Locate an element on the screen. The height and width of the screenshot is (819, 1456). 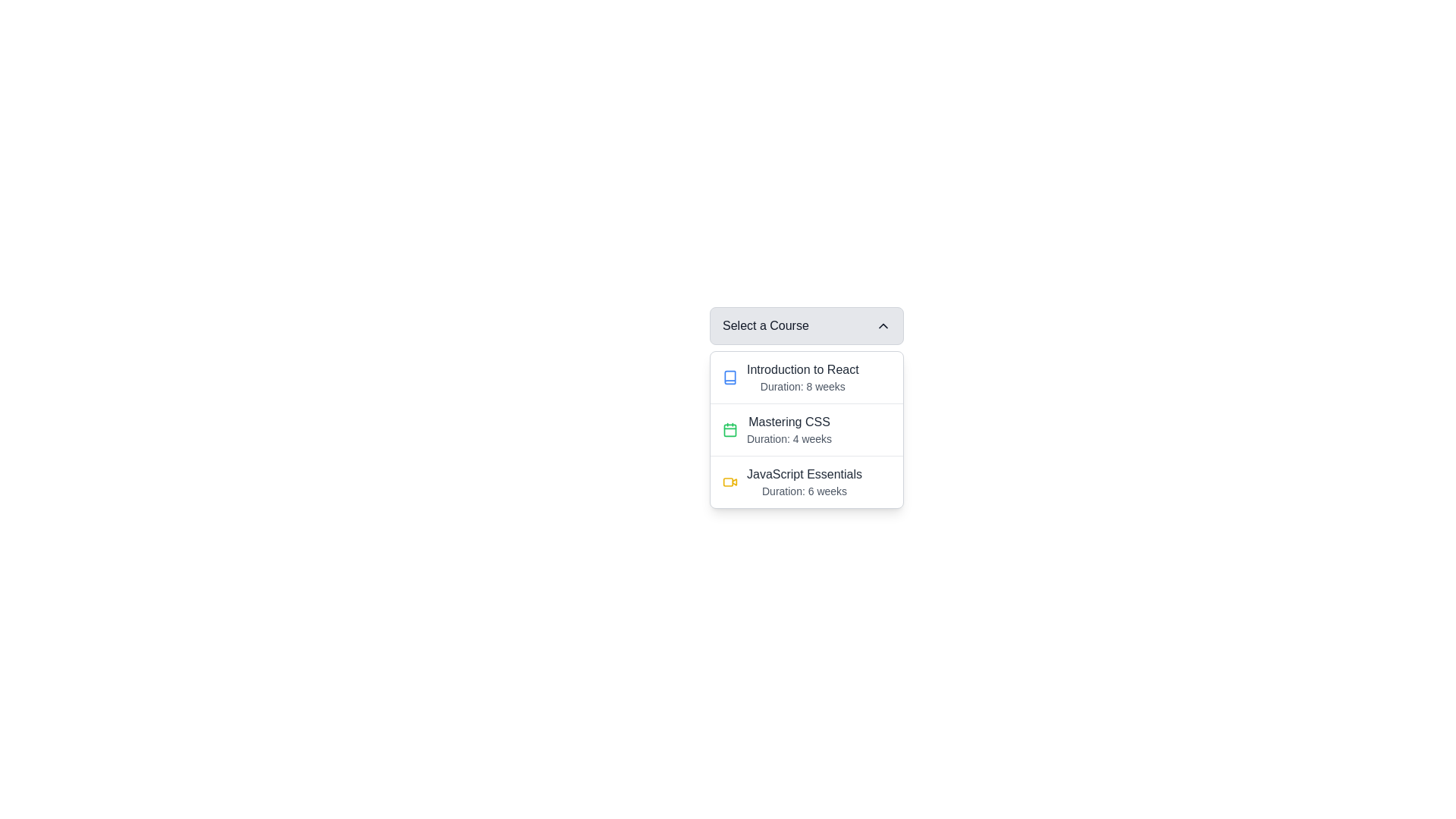
the Dropdown menu header and toggle is located at coordinates (806, 325).